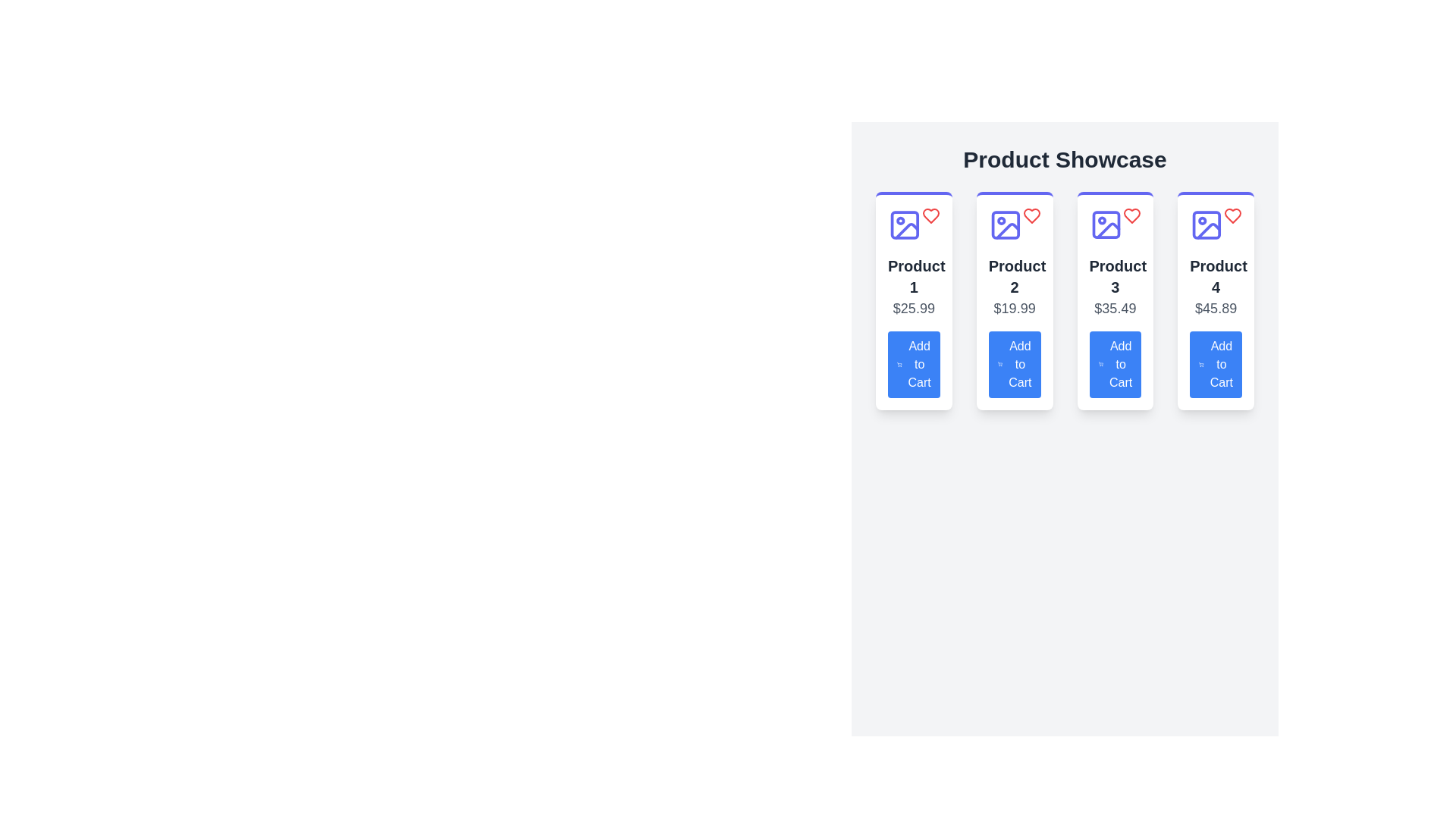 The height and width of the screenshot is (819, 1456). What do you see at coordinates (1132, 216) in the screenshot?
I see `the heart-shaped icon button outlined in red located in the top-right corner of the card for 'Product 3'` at bounding box center [1132, 216].